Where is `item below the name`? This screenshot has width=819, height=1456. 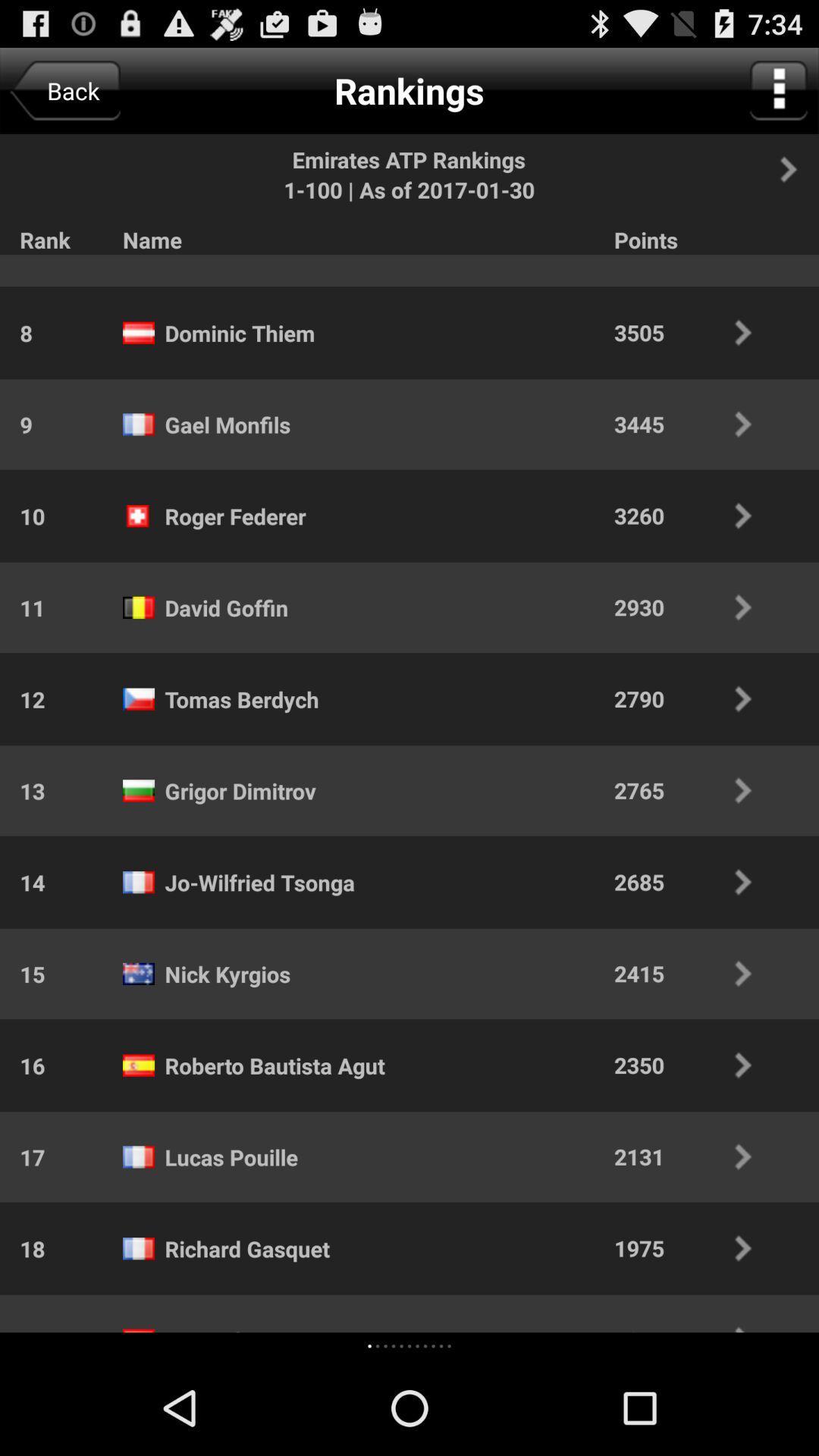 item below the name is located at coordinates (409, 1346).